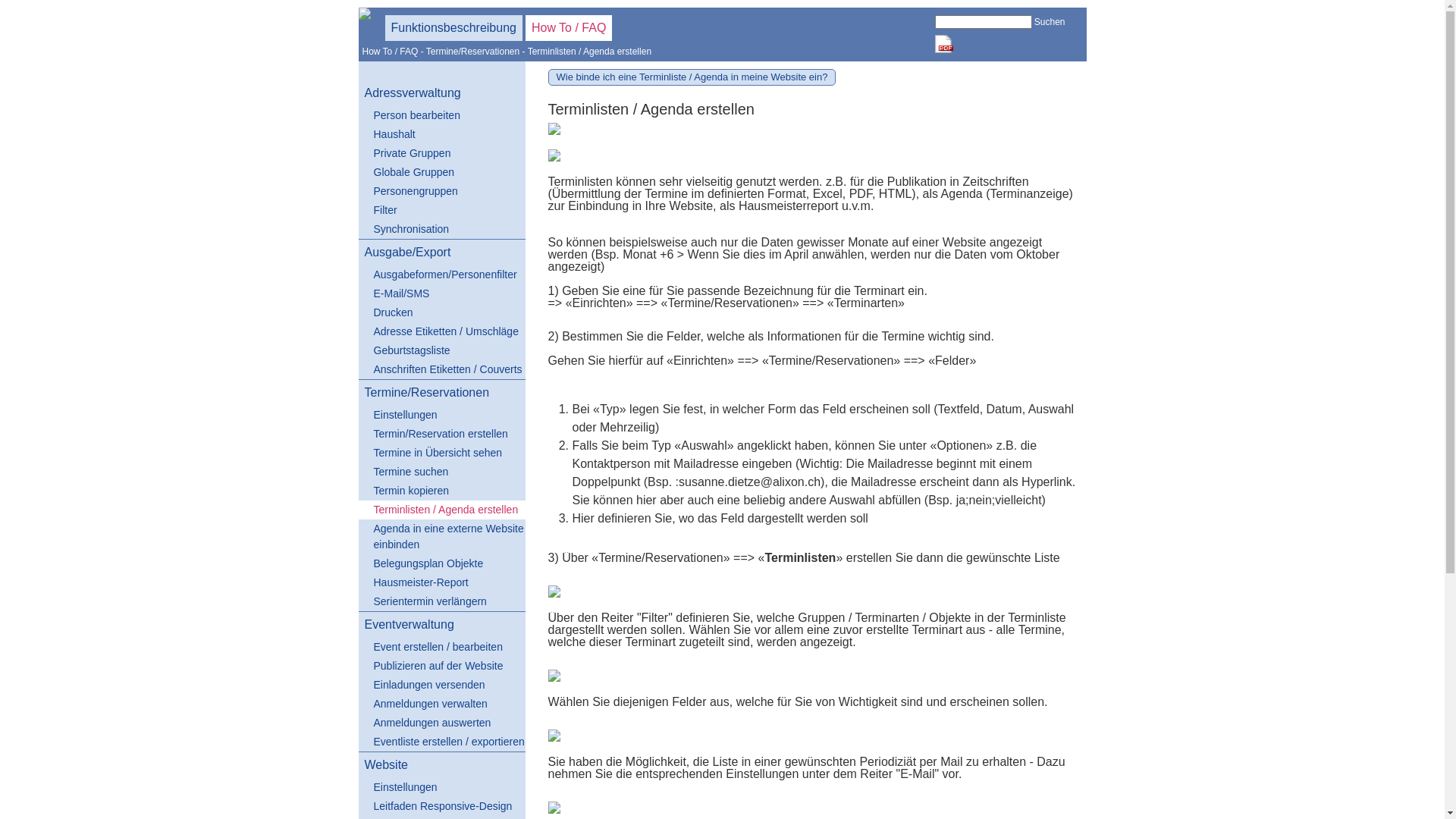 The height and width of the screenshot is (819, 1456). What do you see at coordinates (440, 229) in the screenshot?
I see `'Synchronisation'` at bounding box center [440, 229].